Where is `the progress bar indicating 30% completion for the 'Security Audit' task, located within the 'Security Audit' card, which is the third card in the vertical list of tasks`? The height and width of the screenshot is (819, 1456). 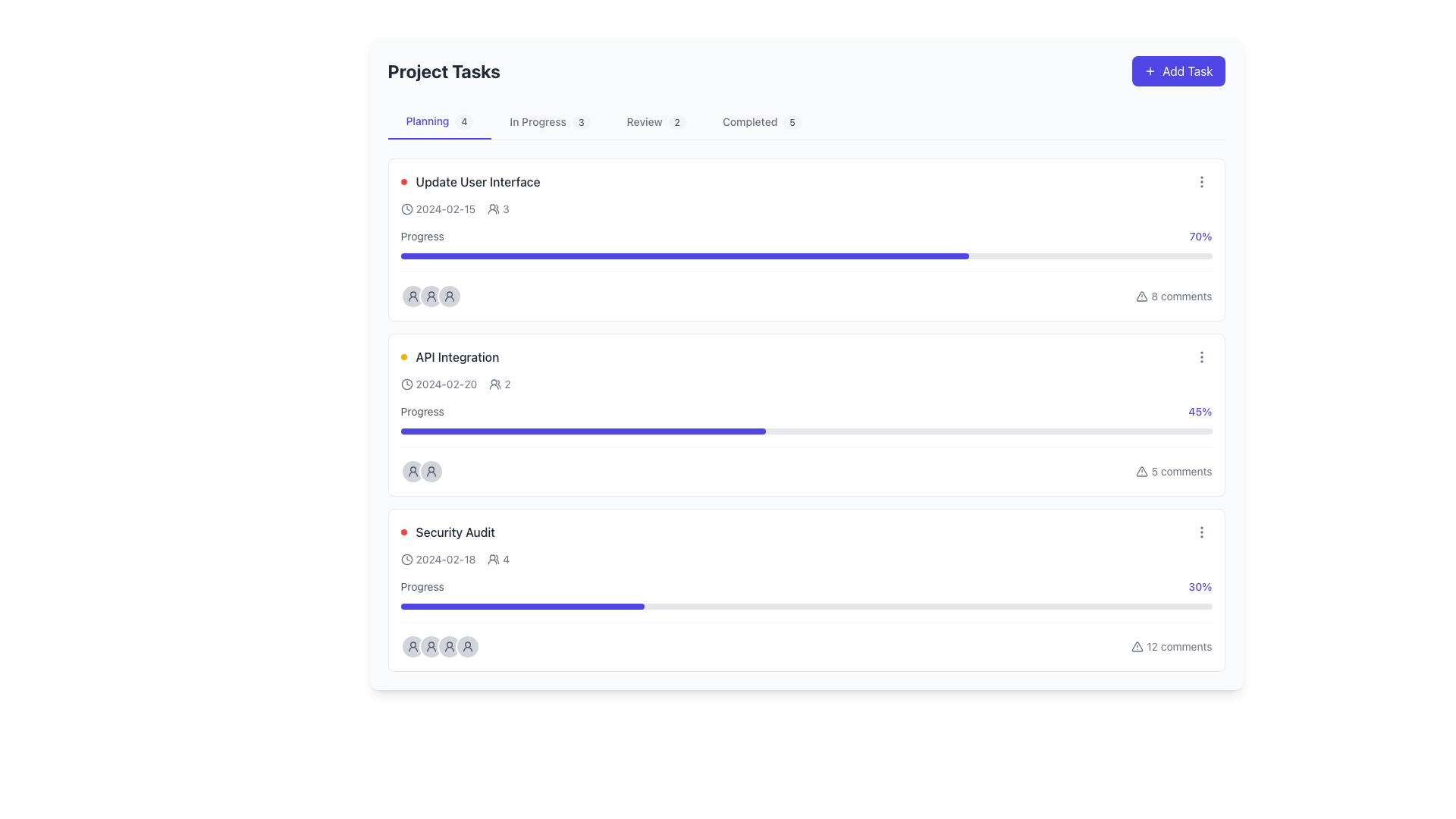
the progress bar indicating 30% completion for the 'Security Audit' task, located within the 'Security Audit' card, which is the third card in the vertical list of tasks is located at coordinates (805, 593).